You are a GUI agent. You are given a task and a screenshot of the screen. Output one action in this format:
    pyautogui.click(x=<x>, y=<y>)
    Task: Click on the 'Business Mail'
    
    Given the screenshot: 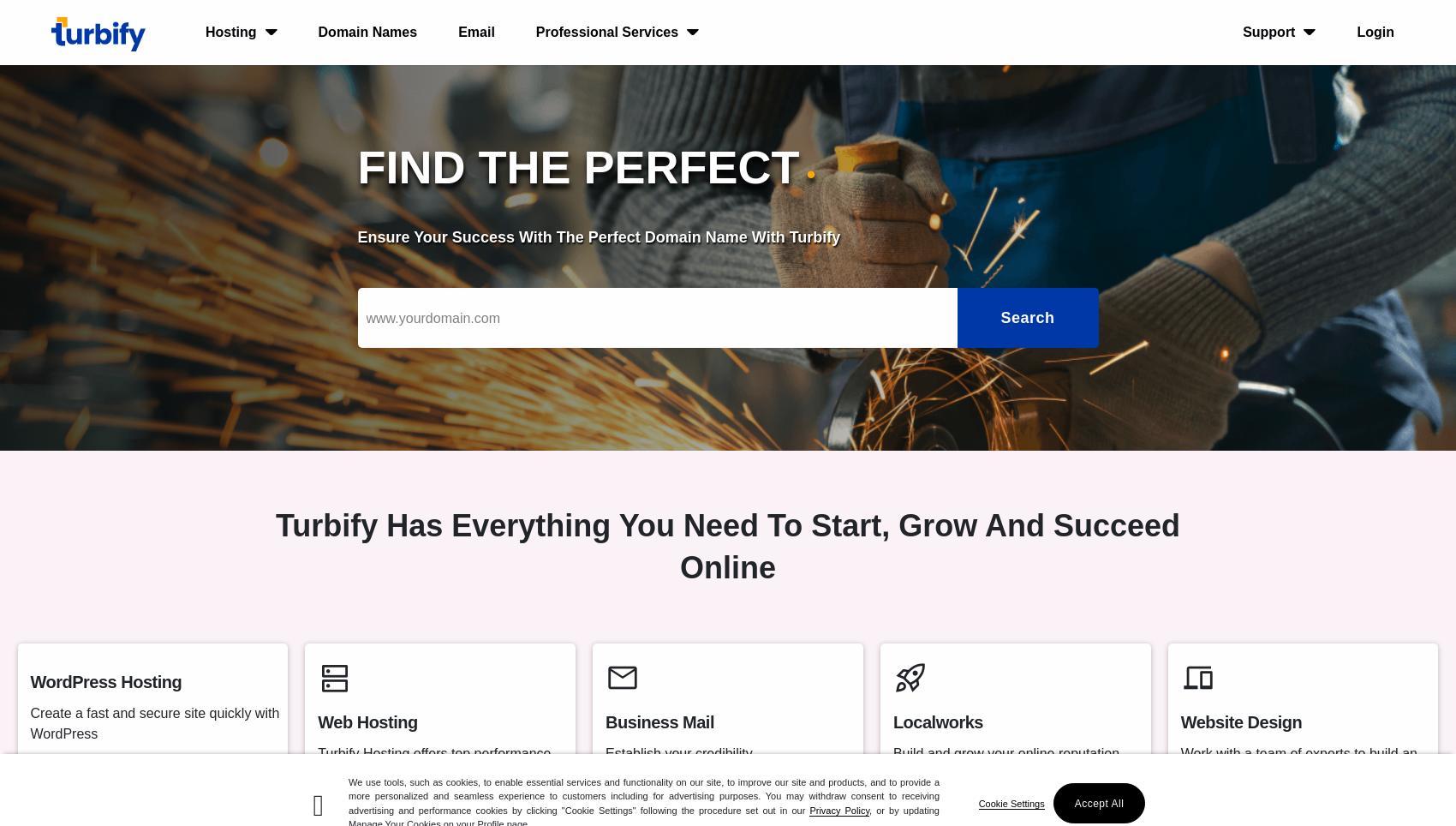 What is the action you would take?
    pyautogui.click(x=658, y=721)
    